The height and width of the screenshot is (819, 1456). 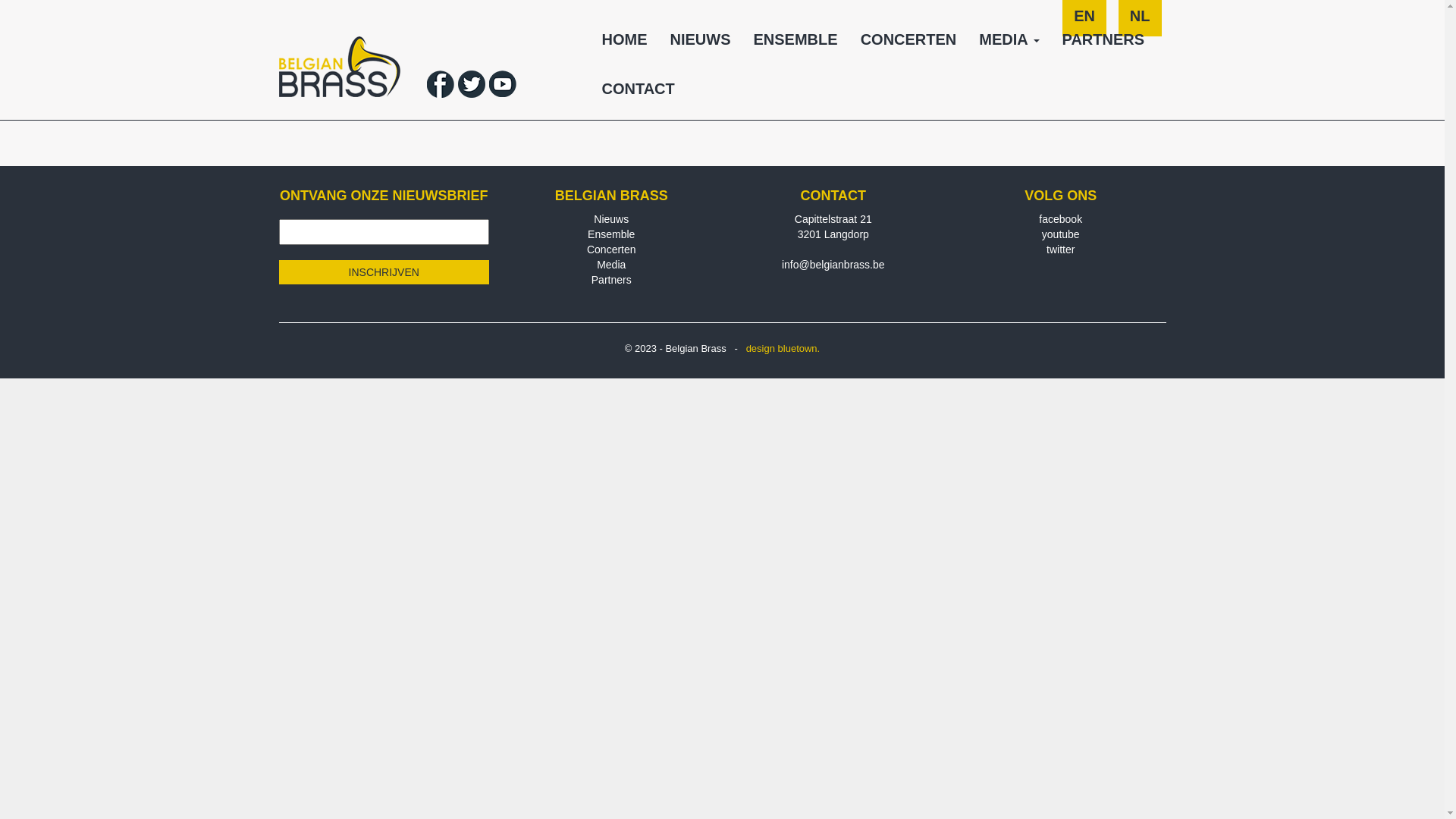 I want to click on 'twitter', so click(x=1059, y=248).